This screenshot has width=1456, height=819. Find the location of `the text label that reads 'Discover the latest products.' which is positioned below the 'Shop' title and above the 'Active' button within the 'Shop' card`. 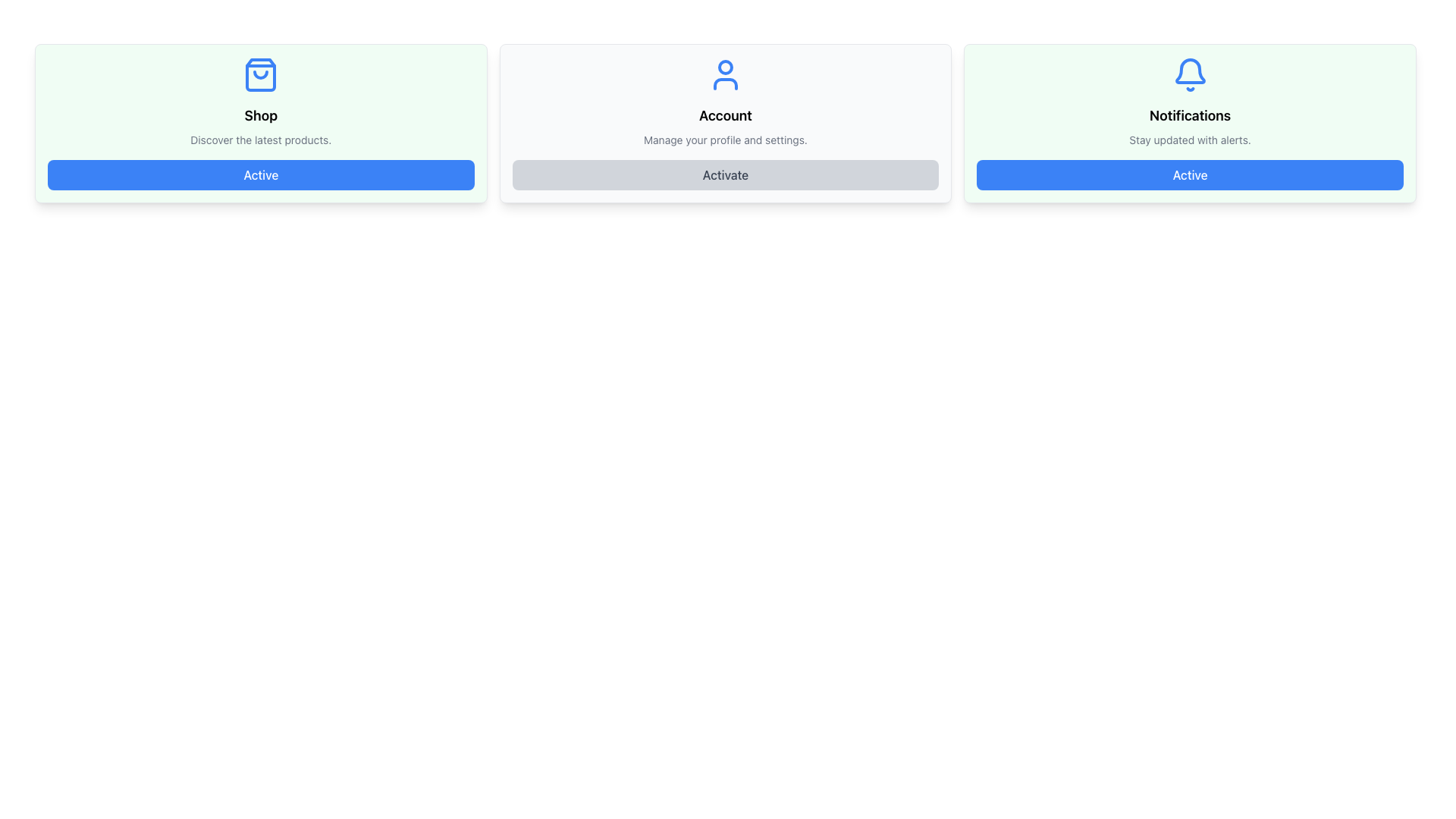

the text label that reads 'Discover the latest products.' which is positioned below the 'Shop' title and above the 'Active' button within the 'Shop' card is located at coordinates (261, 140).